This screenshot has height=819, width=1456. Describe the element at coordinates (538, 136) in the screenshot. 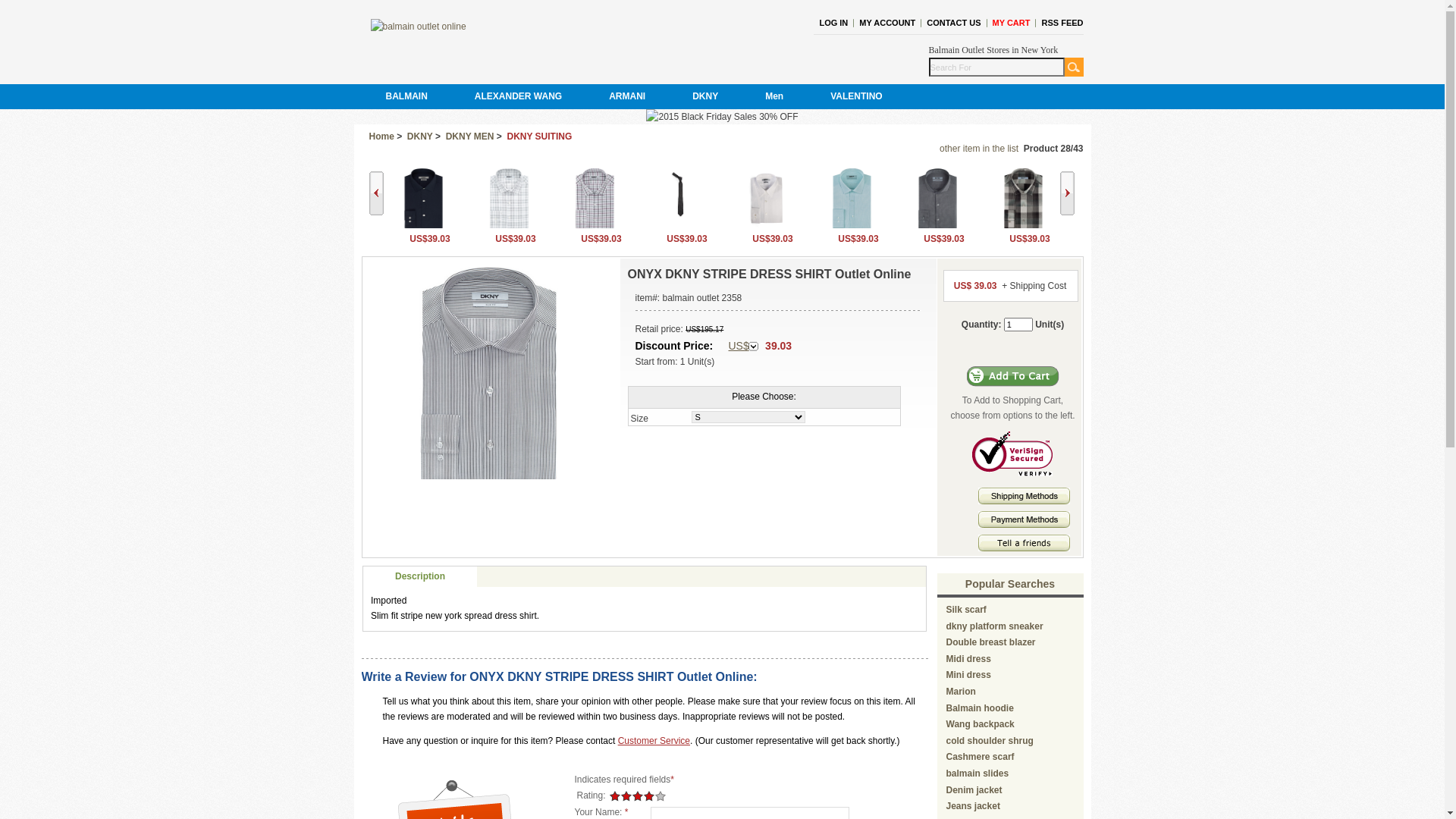

I see `'DKNY SUITING'` at that location.